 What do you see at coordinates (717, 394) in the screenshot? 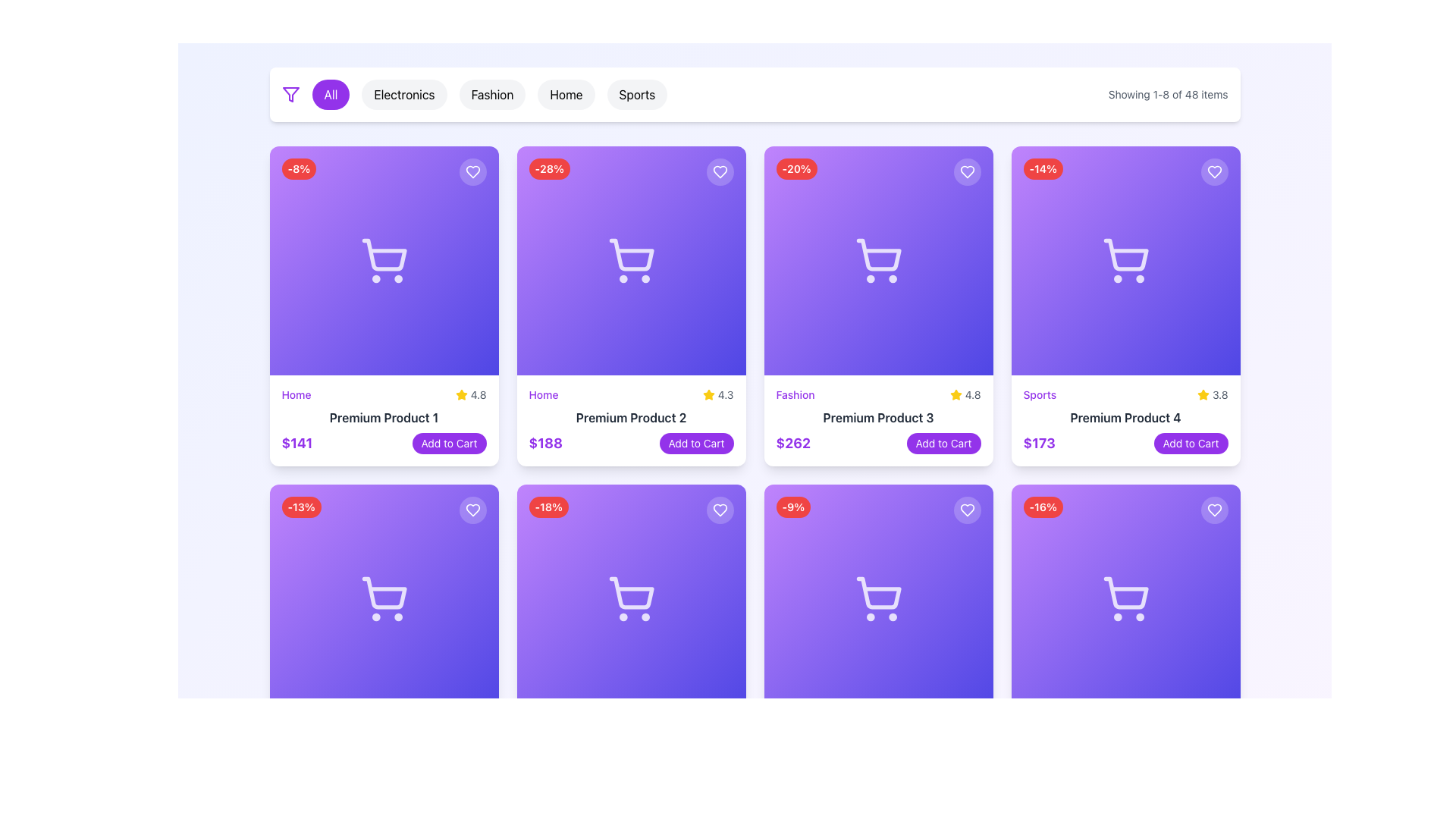
I see `text displayed in the small text label showing the number '4.3' in gray color, located in the second column of the top row of a product card, horizontally next to a star icon` at bounding box center [717, 394].